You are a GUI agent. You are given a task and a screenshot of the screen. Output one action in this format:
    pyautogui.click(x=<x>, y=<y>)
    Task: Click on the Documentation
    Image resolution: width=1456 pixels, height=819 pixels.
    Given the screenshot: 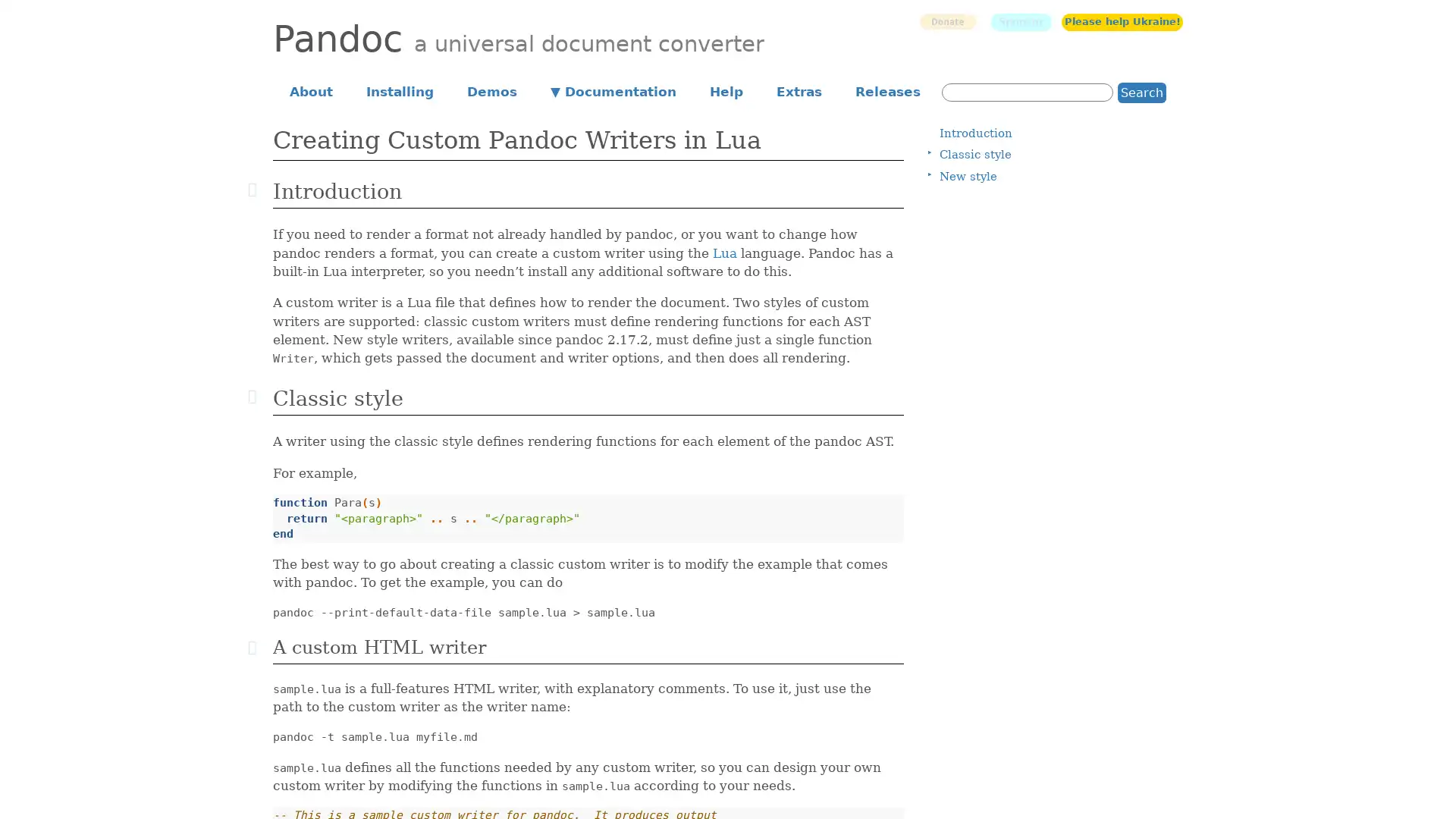 What is the action you would take?
    pyautogui.click(x=613, y=90)
    